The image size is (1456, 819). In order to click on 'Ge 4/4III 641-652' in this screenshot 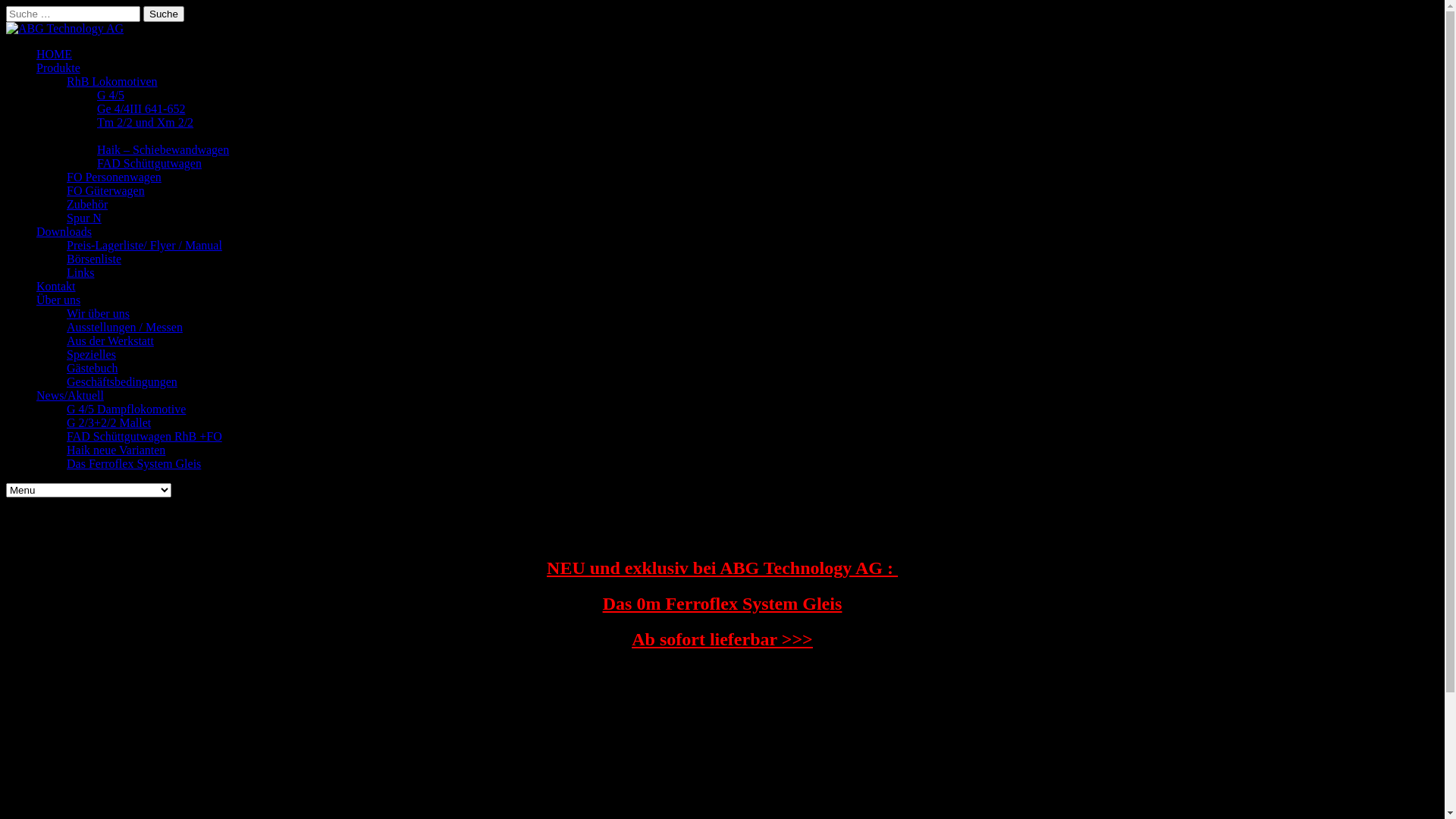, I will do `click(96, 108)`.